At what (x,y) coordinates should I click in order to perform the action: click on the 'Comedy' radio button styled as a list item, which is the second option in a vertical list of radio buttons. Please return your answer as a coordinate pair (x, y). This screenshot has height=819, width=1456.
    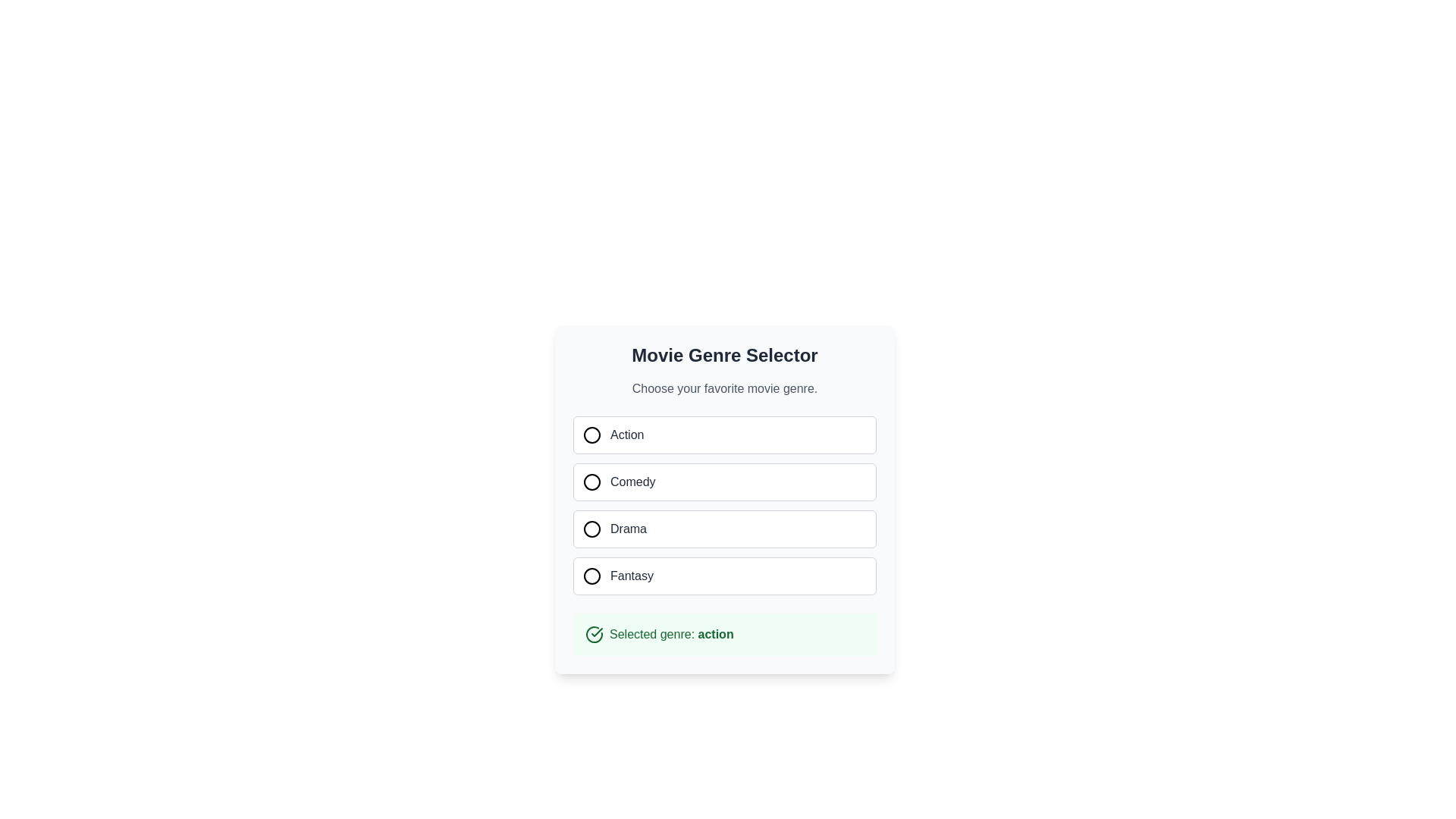
    Looking at the image, I should click on (723, 500).